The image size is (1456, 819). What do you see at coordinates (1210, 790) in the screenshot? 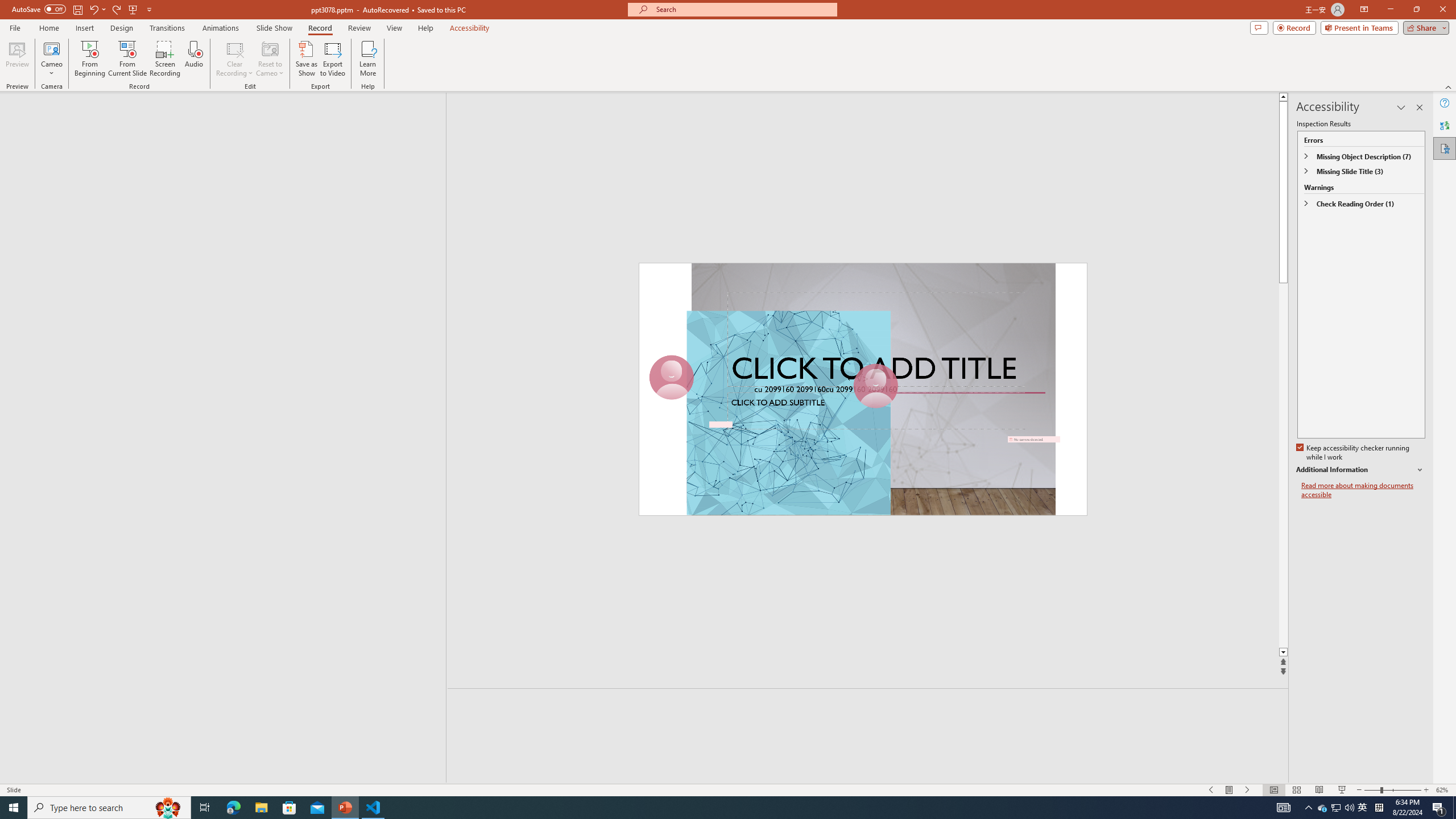
I see `'Slide Show Previous On'` at bounding box center [1210, 790].